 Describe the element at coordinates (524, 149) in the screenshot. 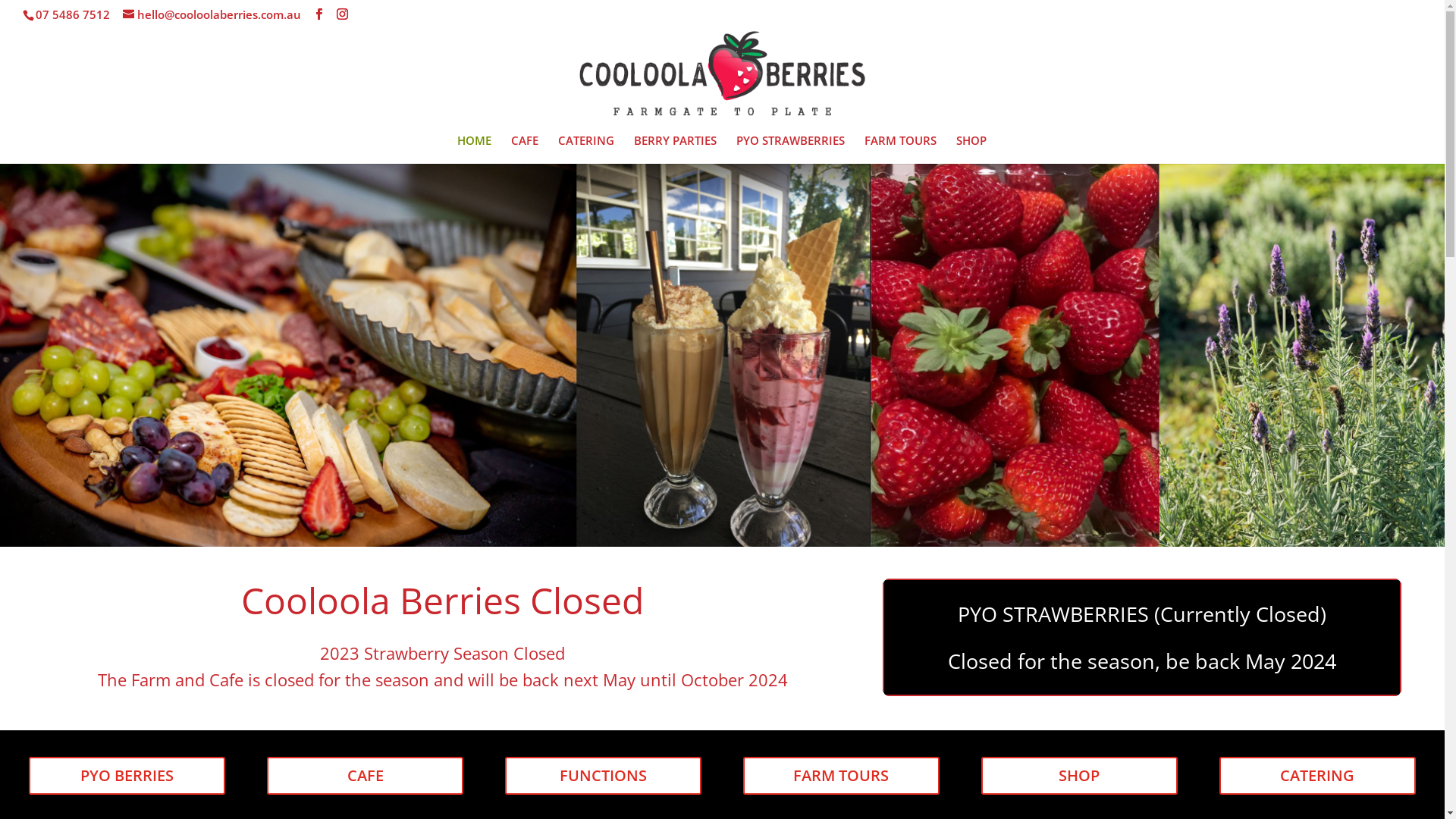

I see `'CAFE'` at that location.